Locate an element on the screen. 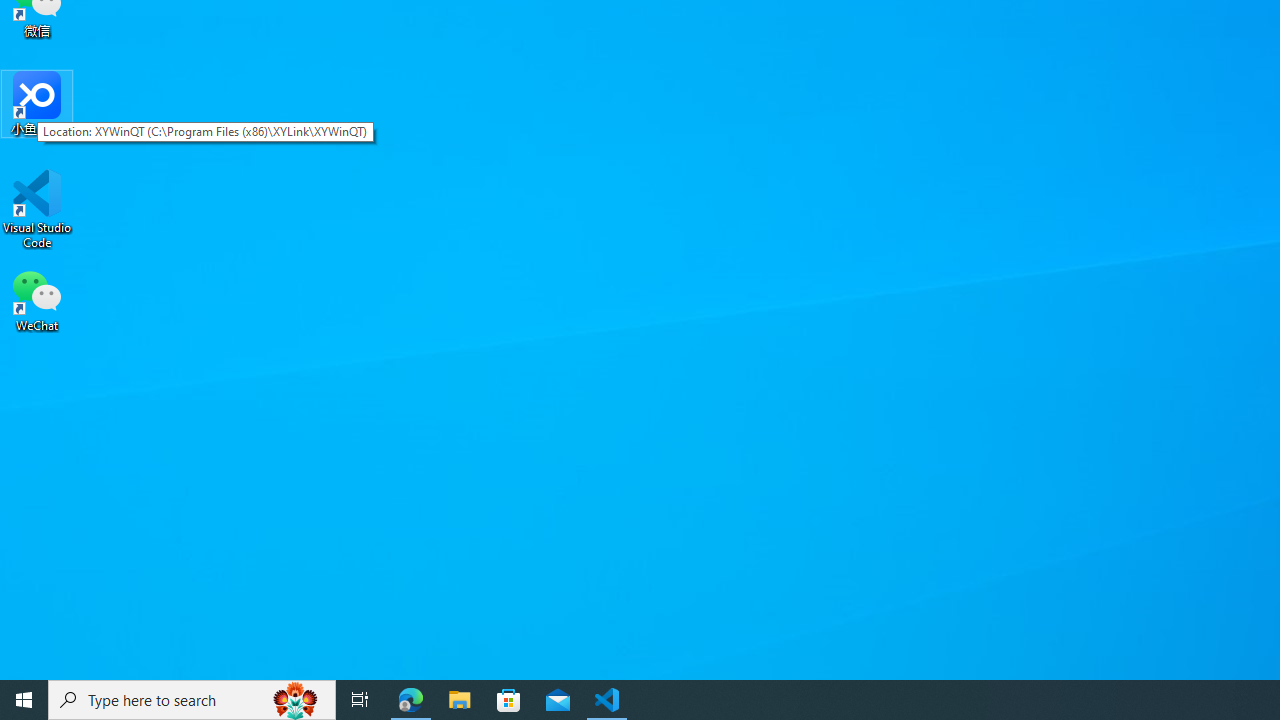 This screenshot has width=1280, height=720. 'Type here to search' is located at coordinates (192, 698).